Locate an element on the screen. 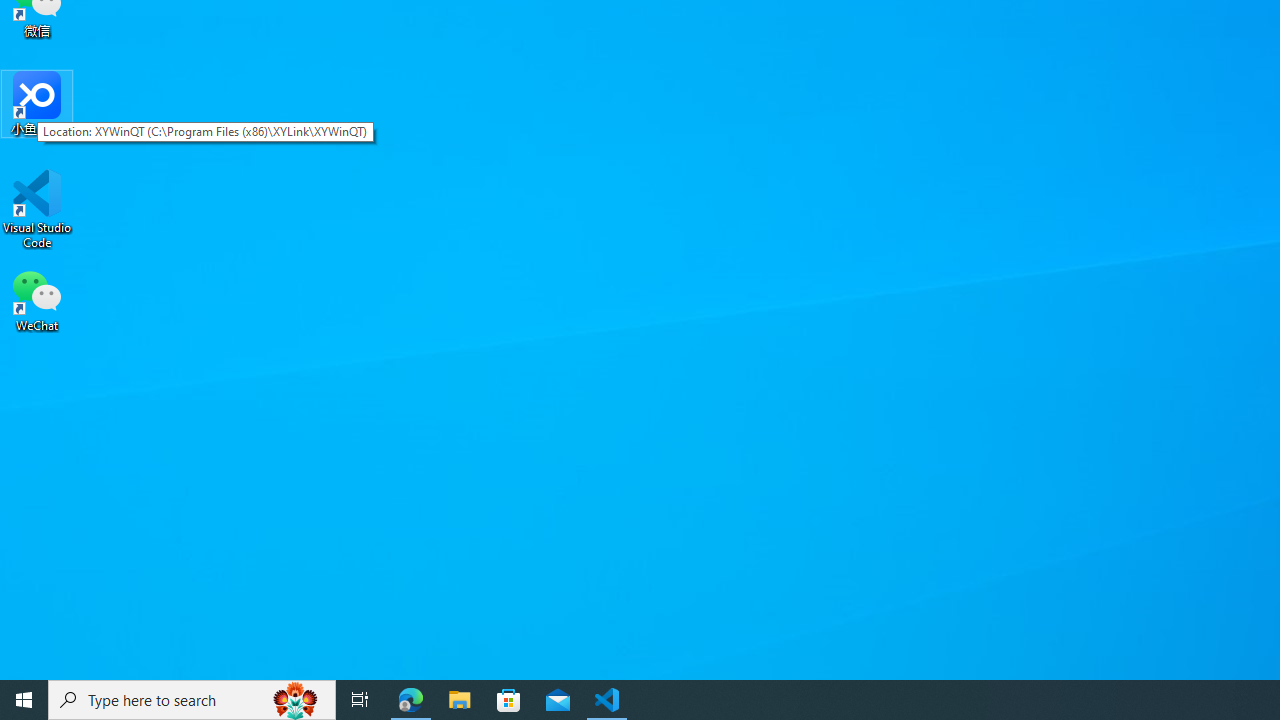 This screenshot has width=1280, height=720. 'Type here to search' is located at coordinates (192, 698).